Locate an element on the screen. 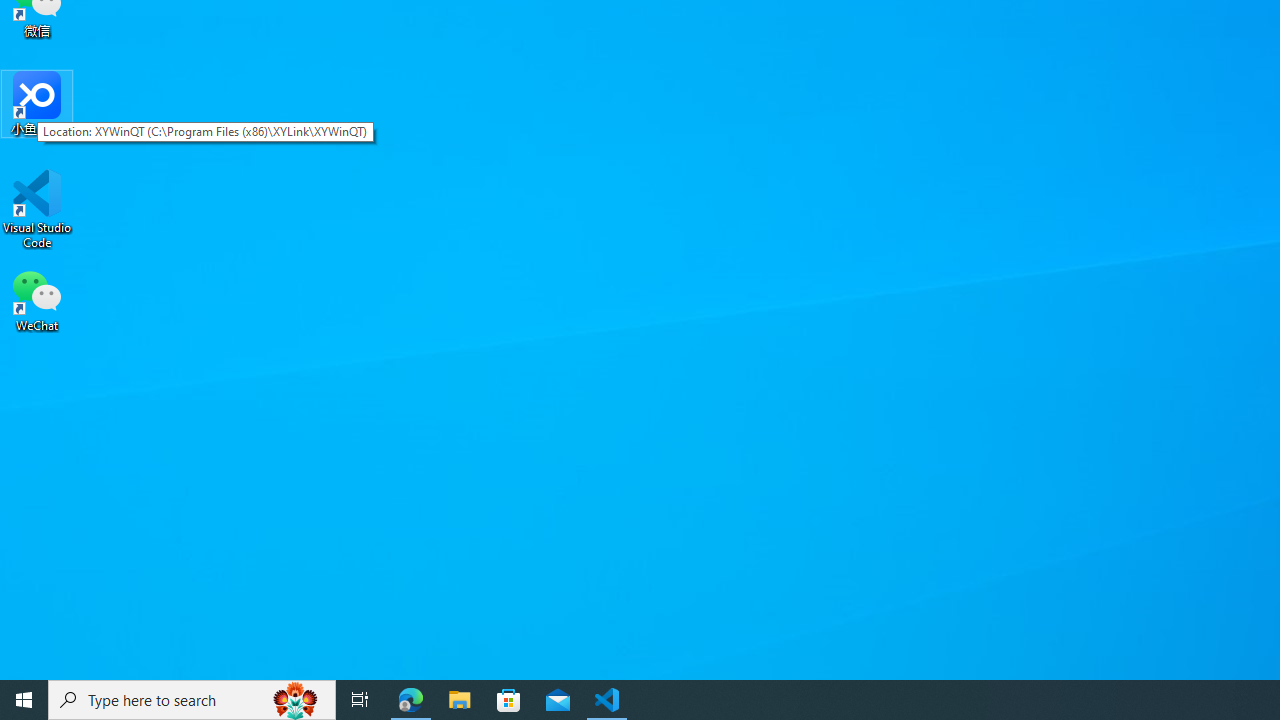 This screenshot has width=1280, height=720. 'Type here to search' is located at coordinates (192, 698).